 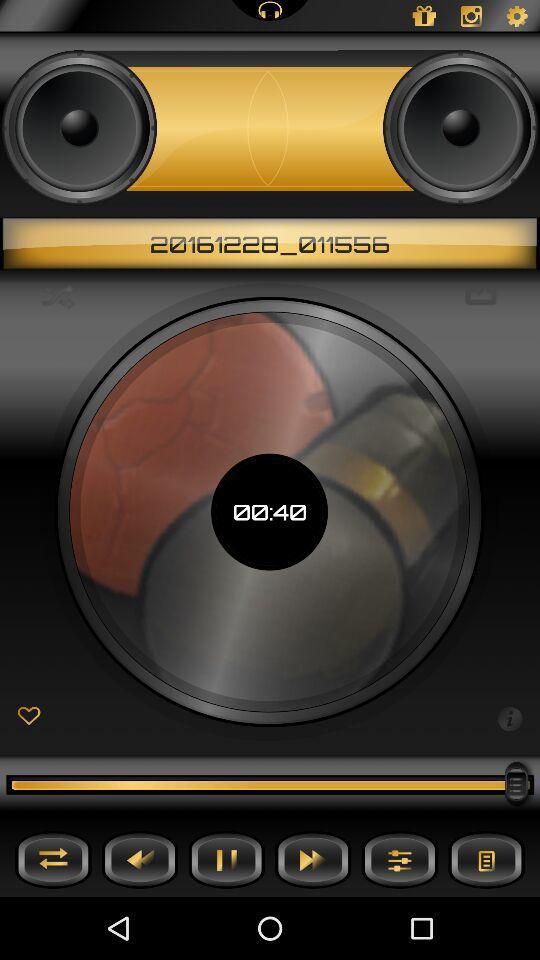 I want to click on icon to the right of the 00:40 icon, so click(x=480, y=295).